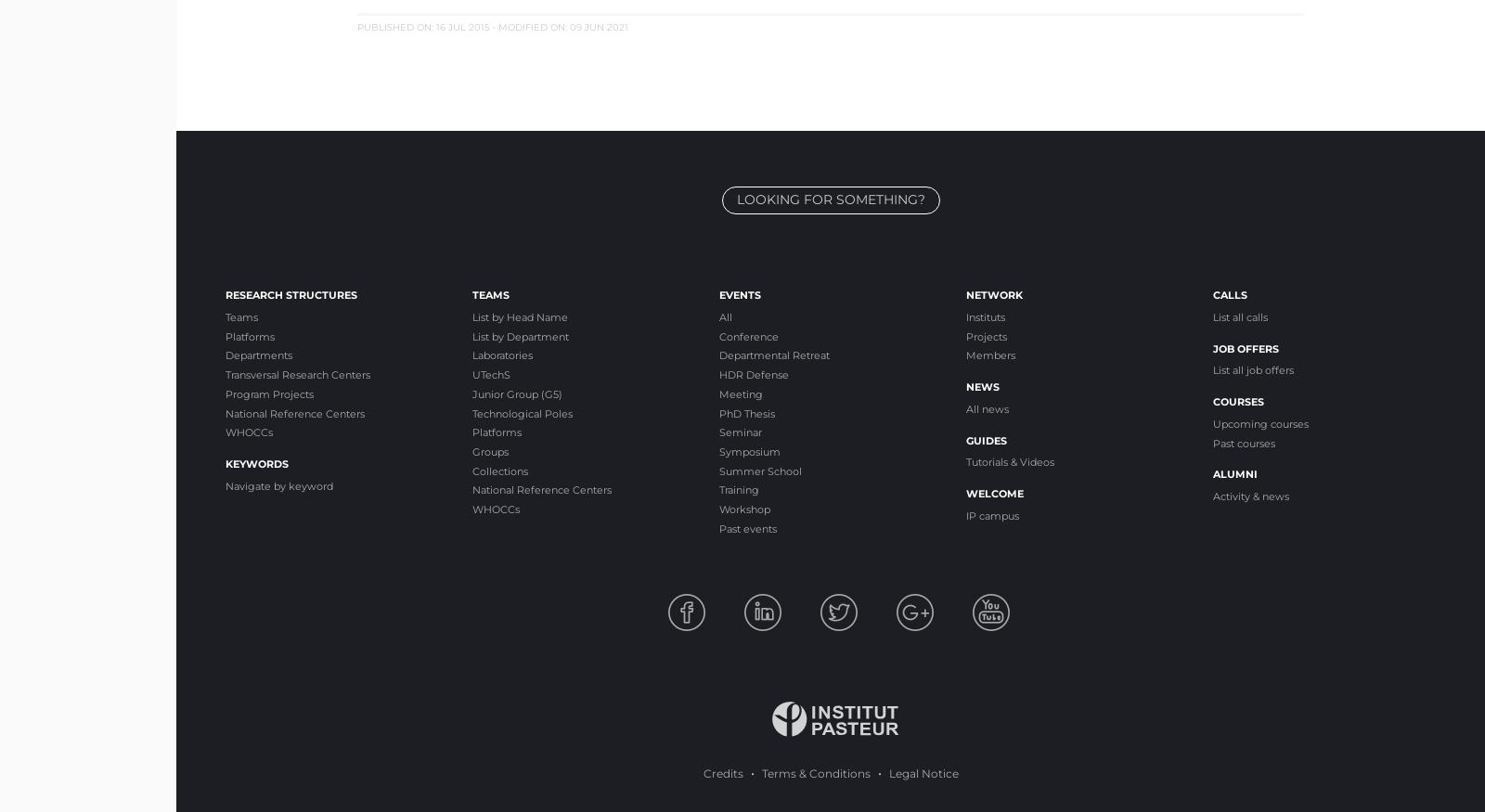 The image size is (1485, 812). What do you see at coordinates (965, 492) in the screenshot?
I see `'Welcome'` at bounding box center [965, 492].